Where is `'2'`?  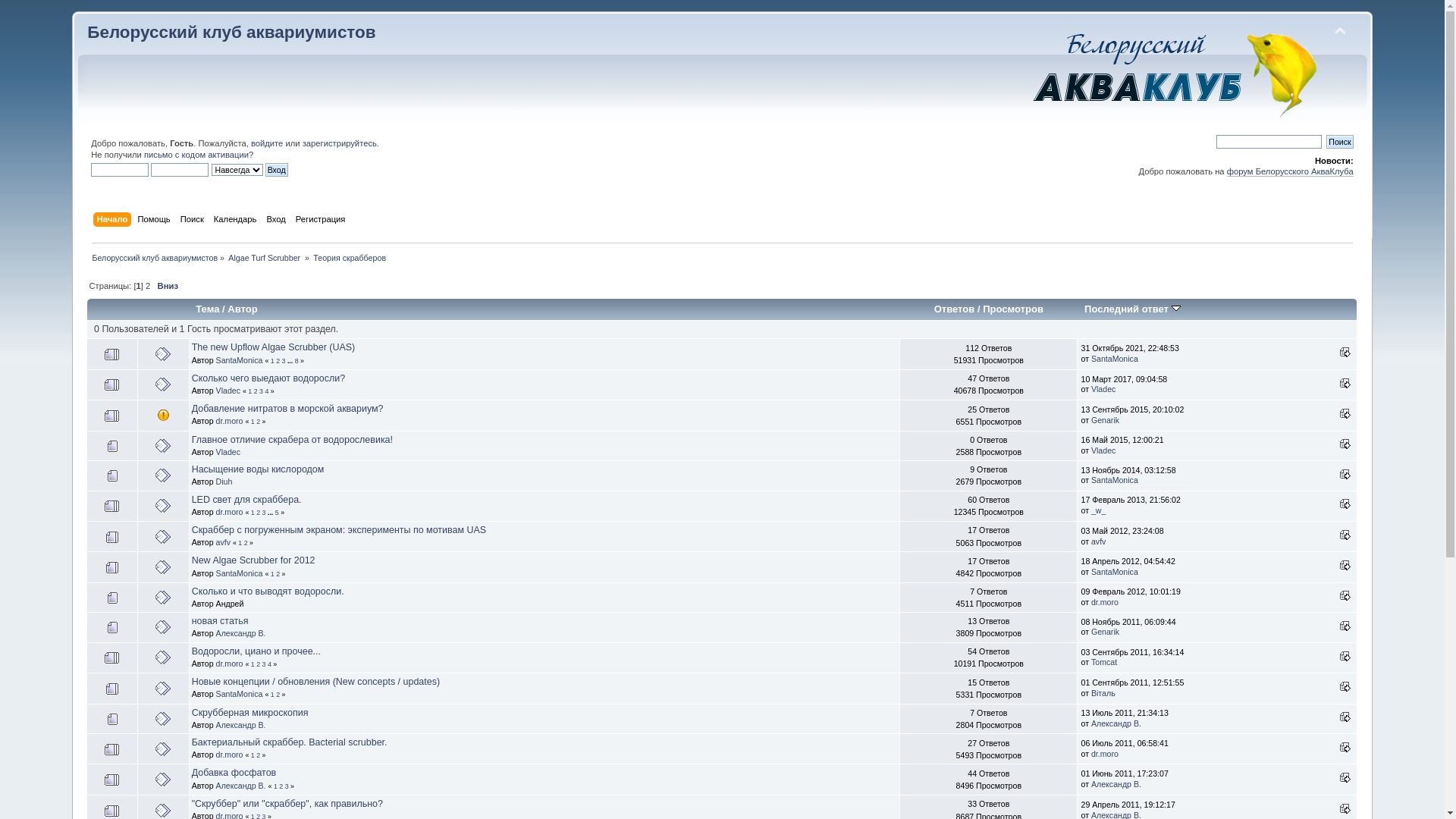 '2' is located at coordinates (148, 286).